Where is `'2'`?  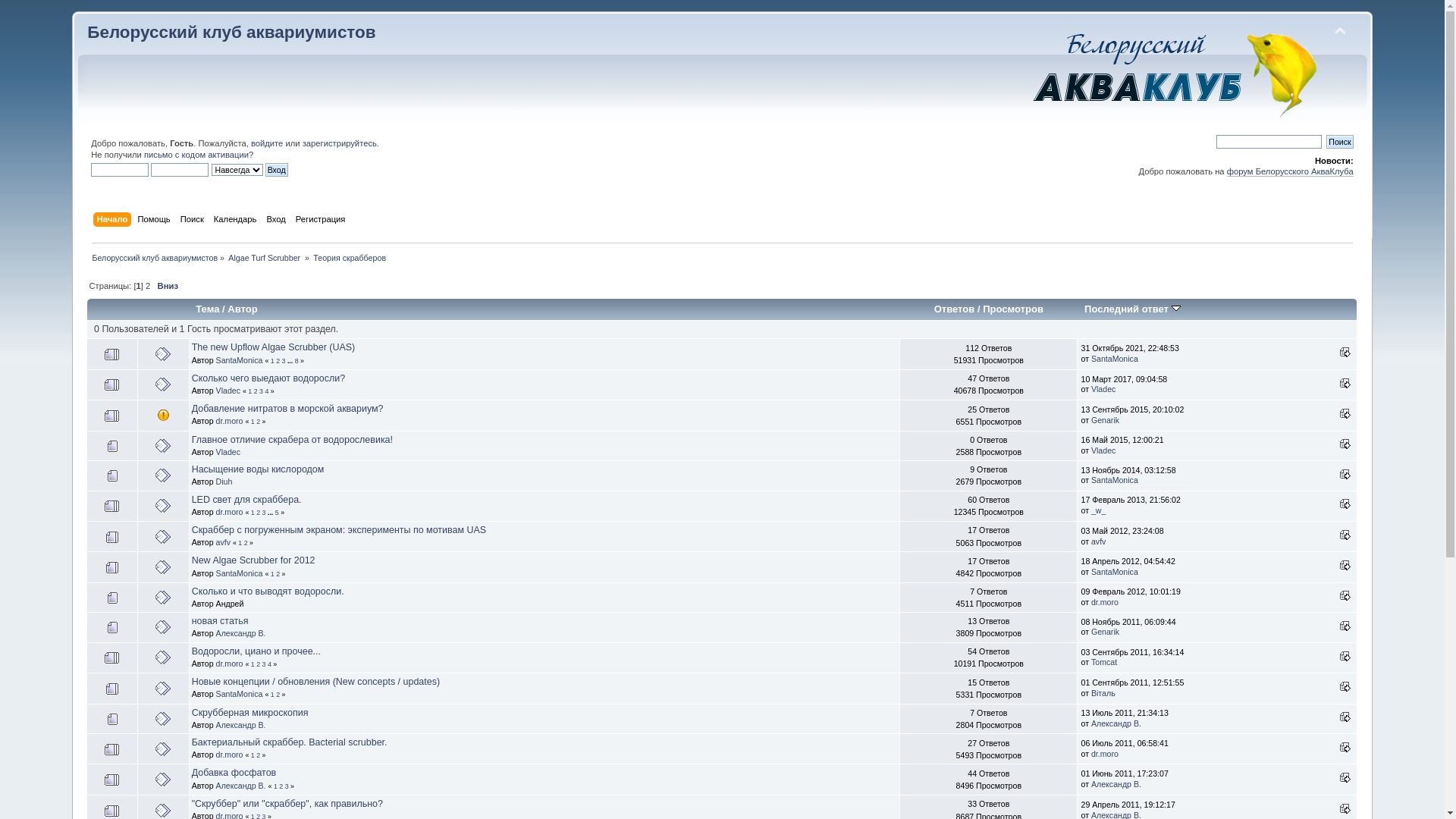 '2' is located at coordinates (148, 286).